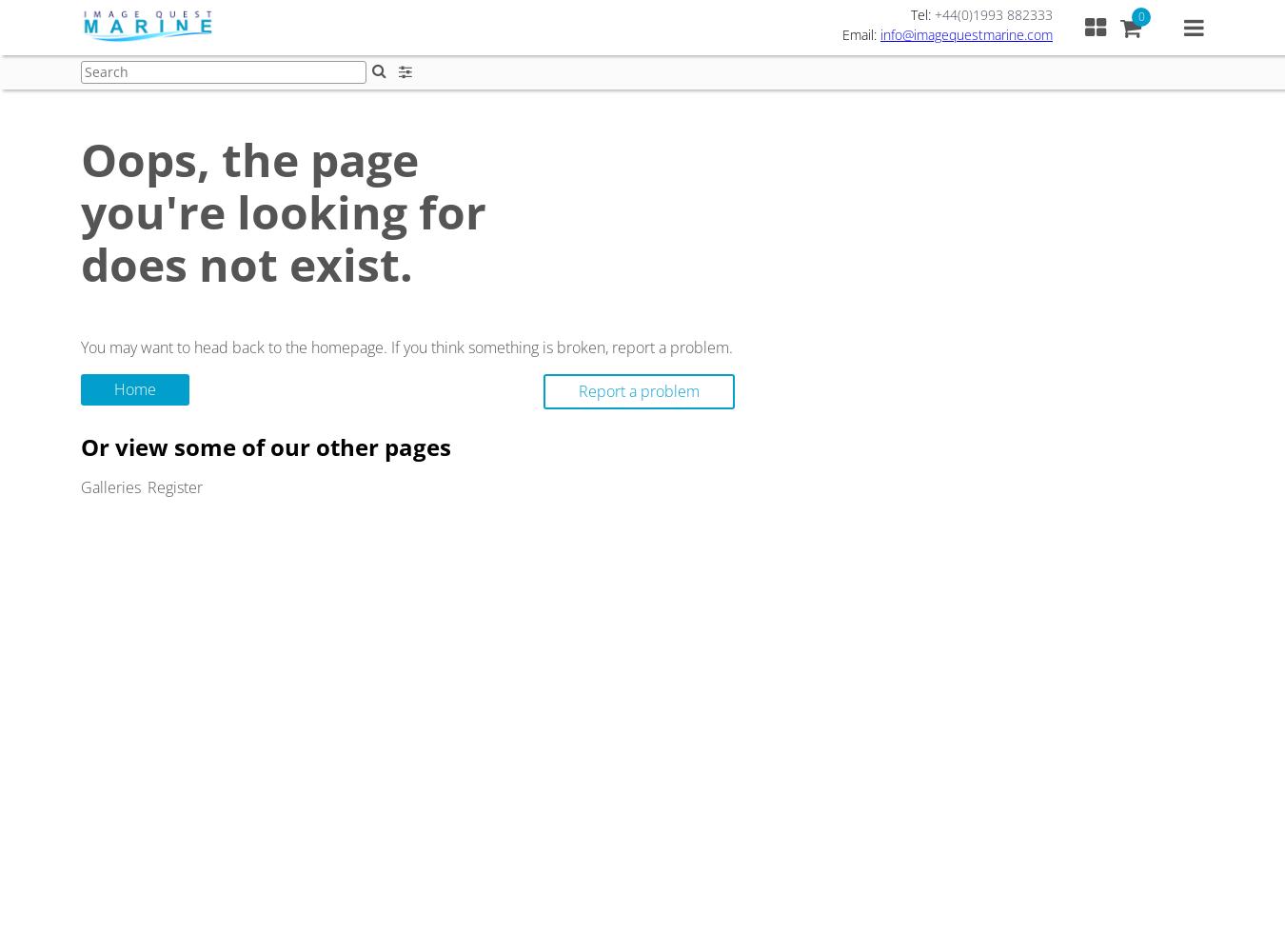 This screenshot has width=1285, height=952. Describe the element at coordinates (860, 34) in the screenshot. I see `'Email:'` at that location.